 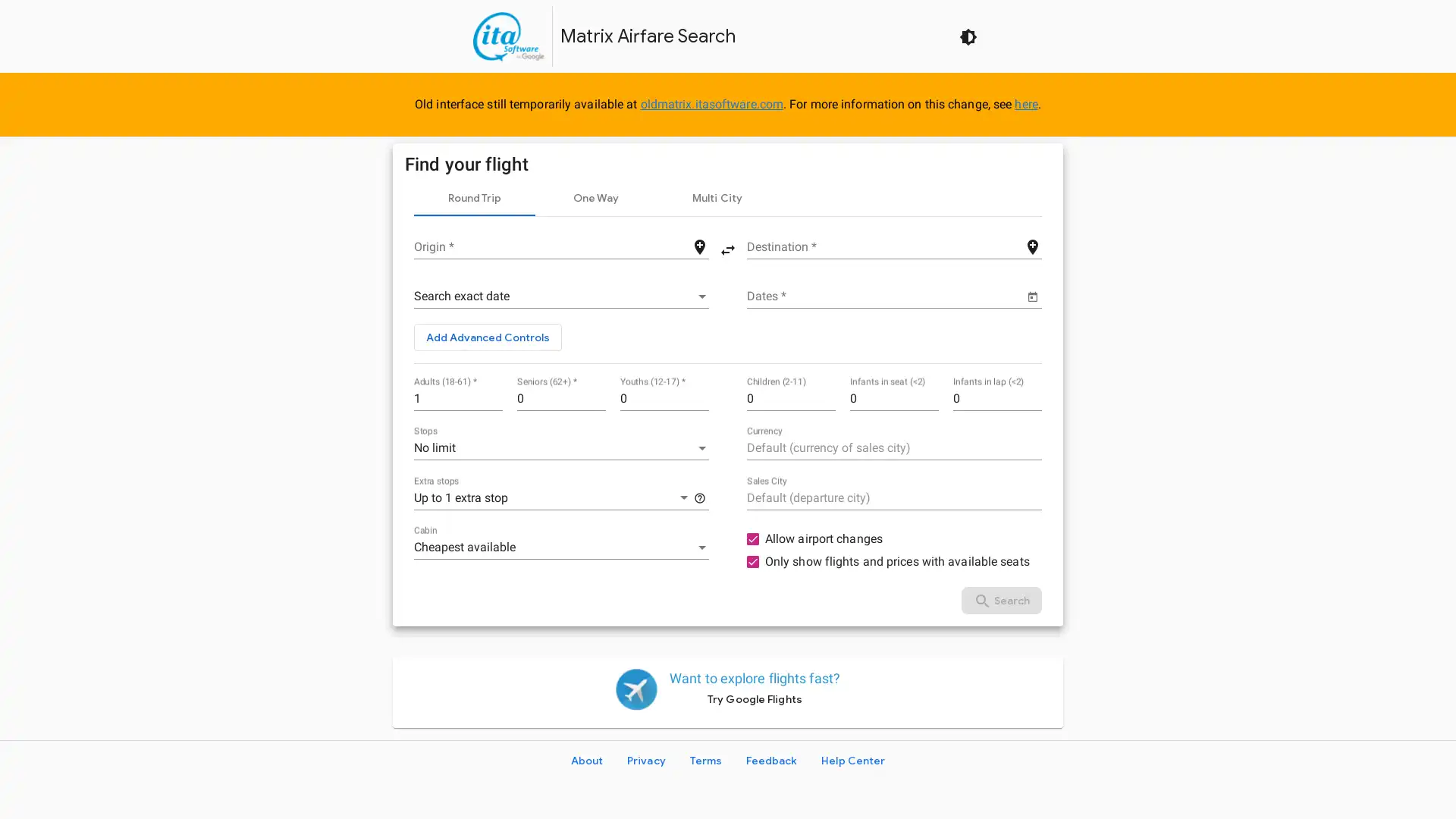 I want to click on toggle light/dark theme, so click(x=967, y=35).